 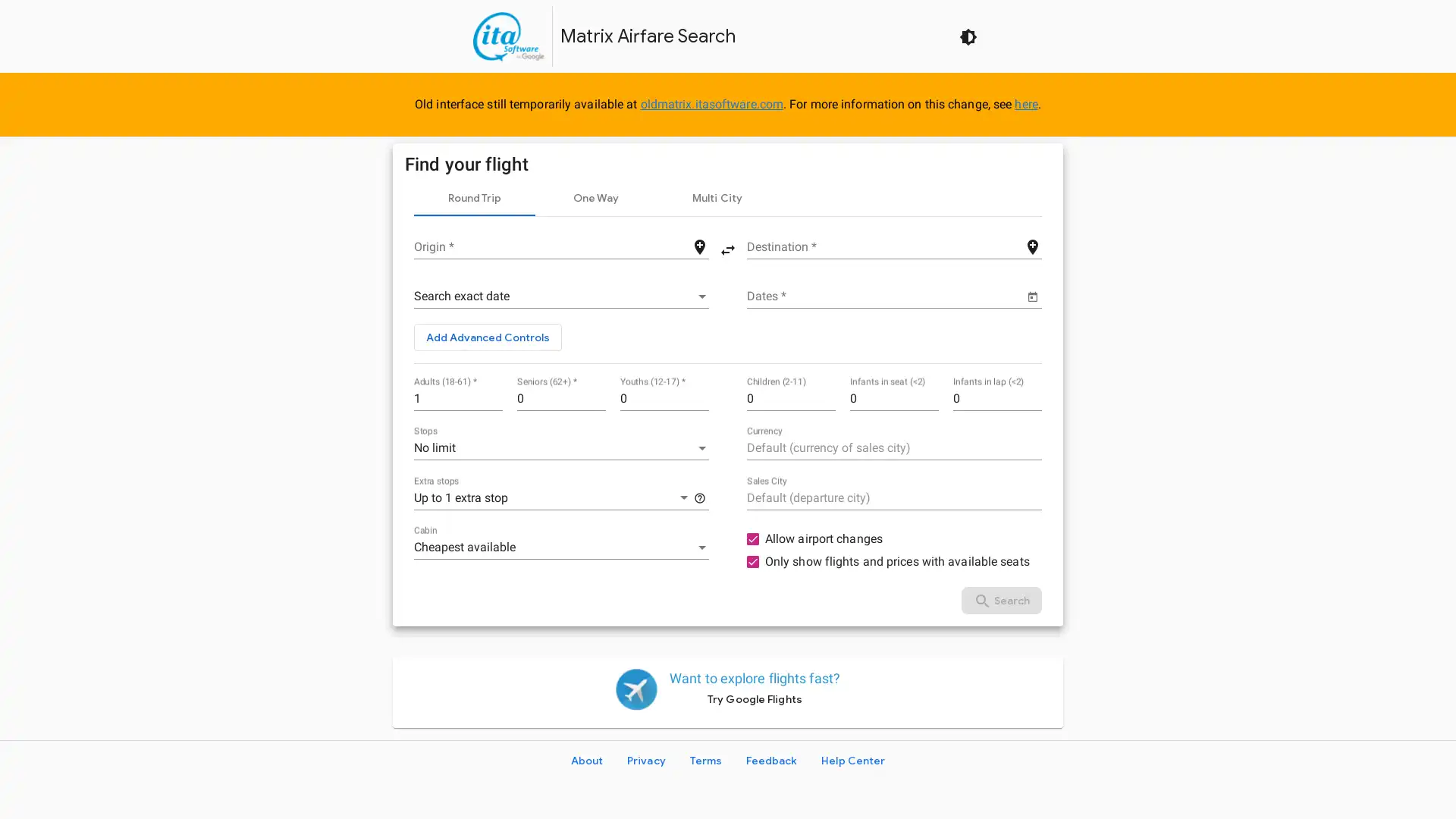 I want to click on toggle light/dark theme, so click(x=967, y=35).